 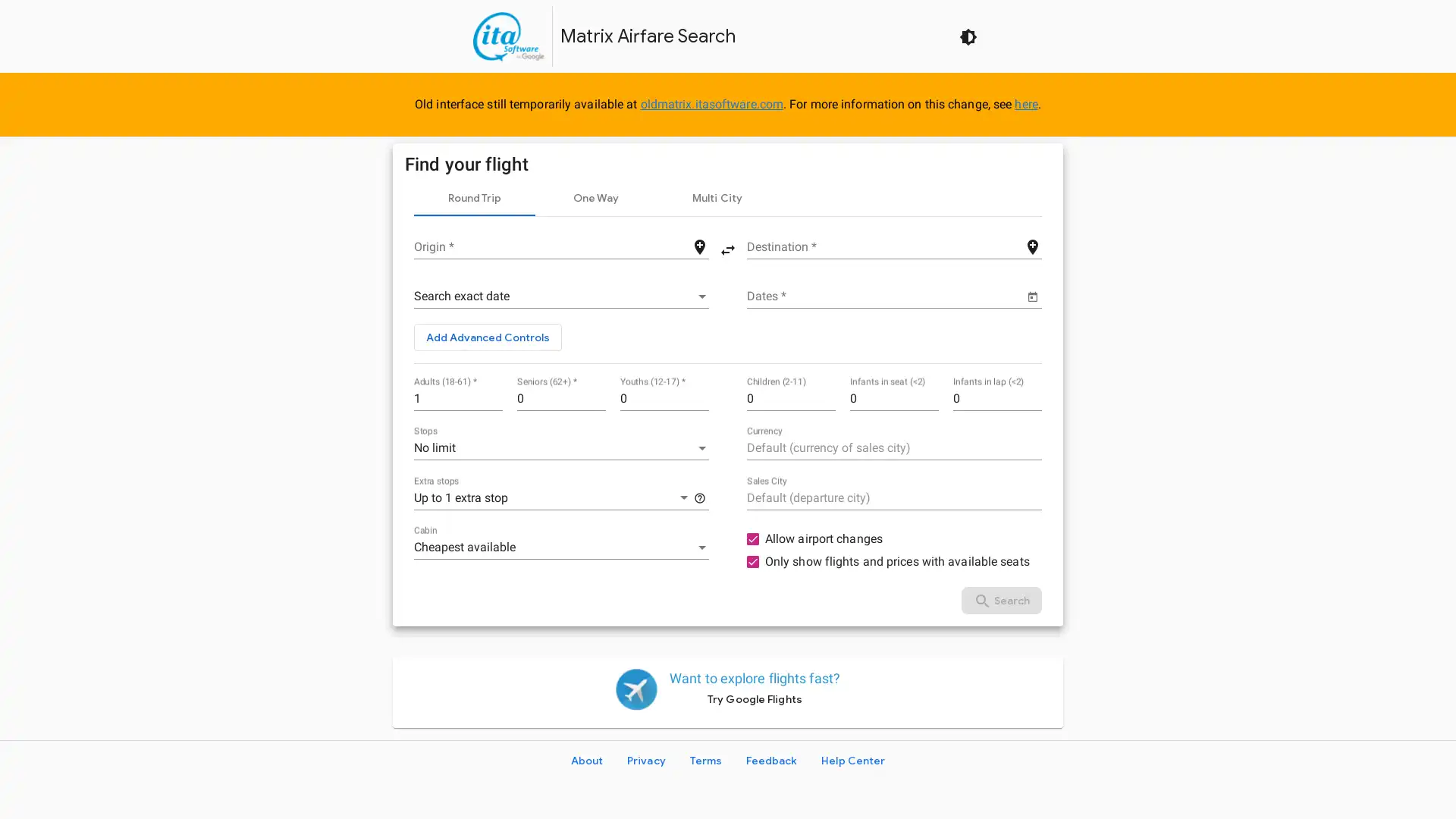 I want to click on toggle light/dark theme, so click(x=967, y=35).